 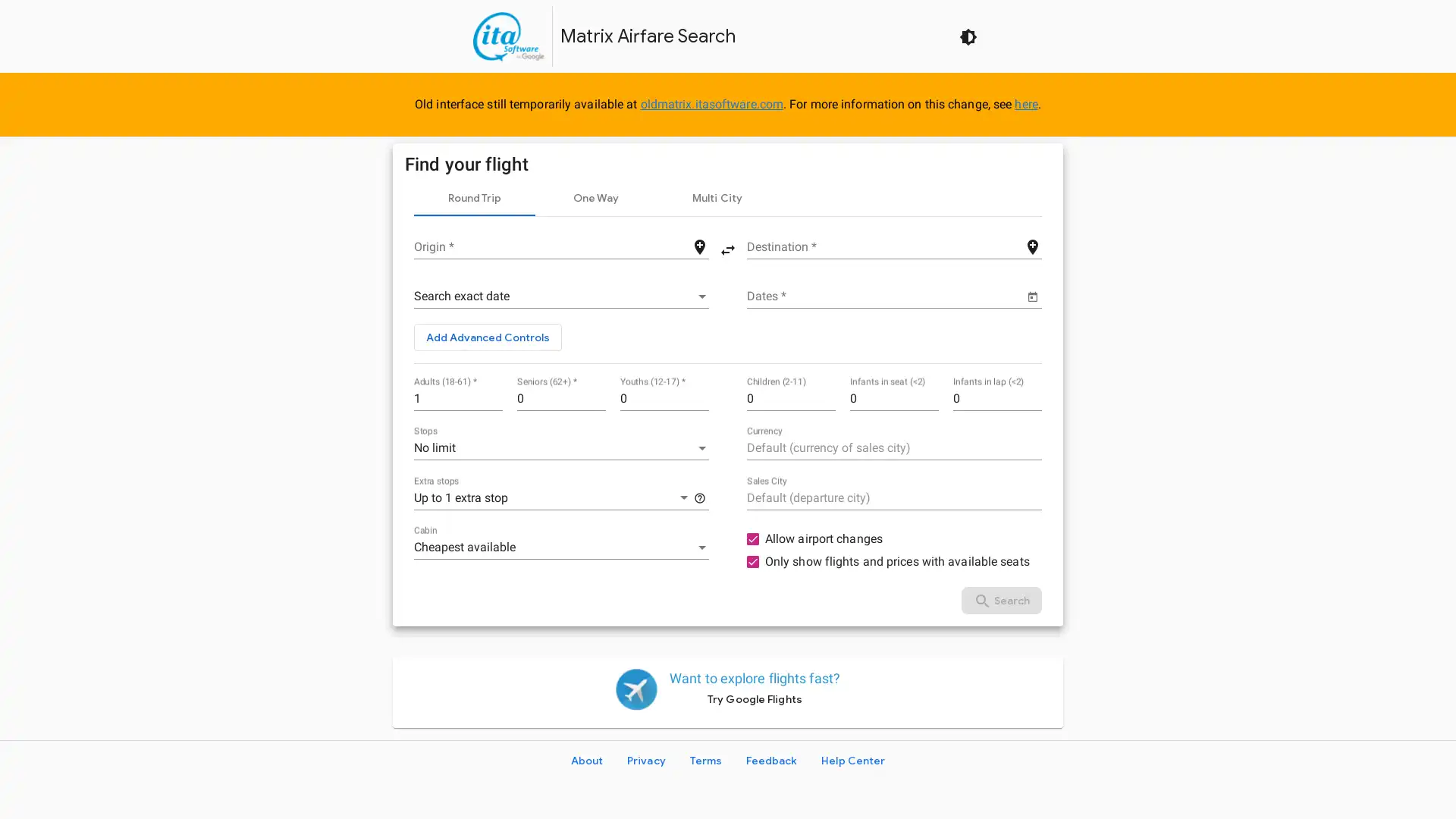 I want to click on toggle light/dark theme, so click(x=967, y=35).